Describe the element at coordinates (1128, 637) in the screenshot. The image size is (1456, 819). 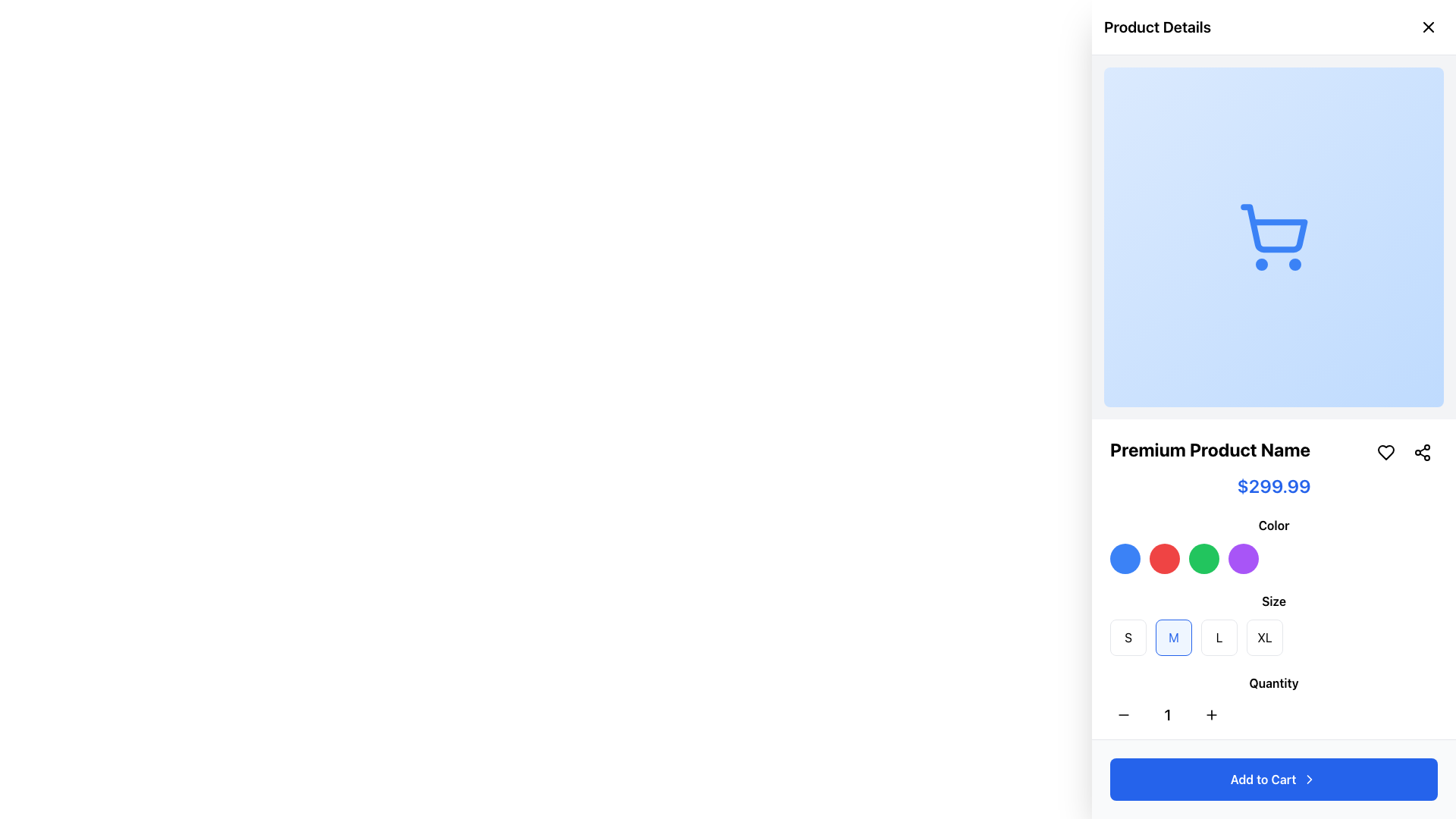
I see `the 'S' button` at that location.